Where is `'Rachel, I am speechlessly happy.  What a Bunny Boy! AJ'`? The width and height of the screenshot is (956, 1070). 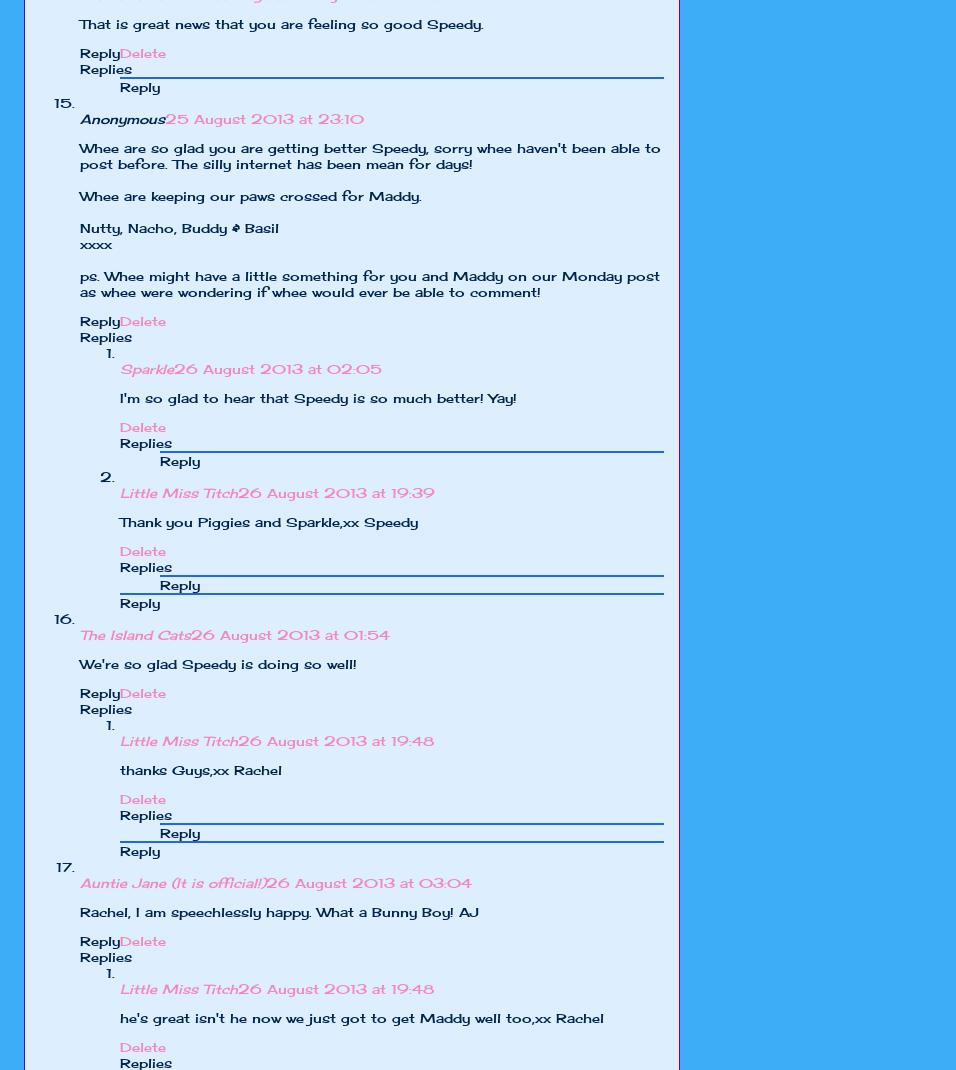 'Rachel, I am speechlessly happy.  What a Bunny Boy! AJ' is located at coordinates (278, 910).